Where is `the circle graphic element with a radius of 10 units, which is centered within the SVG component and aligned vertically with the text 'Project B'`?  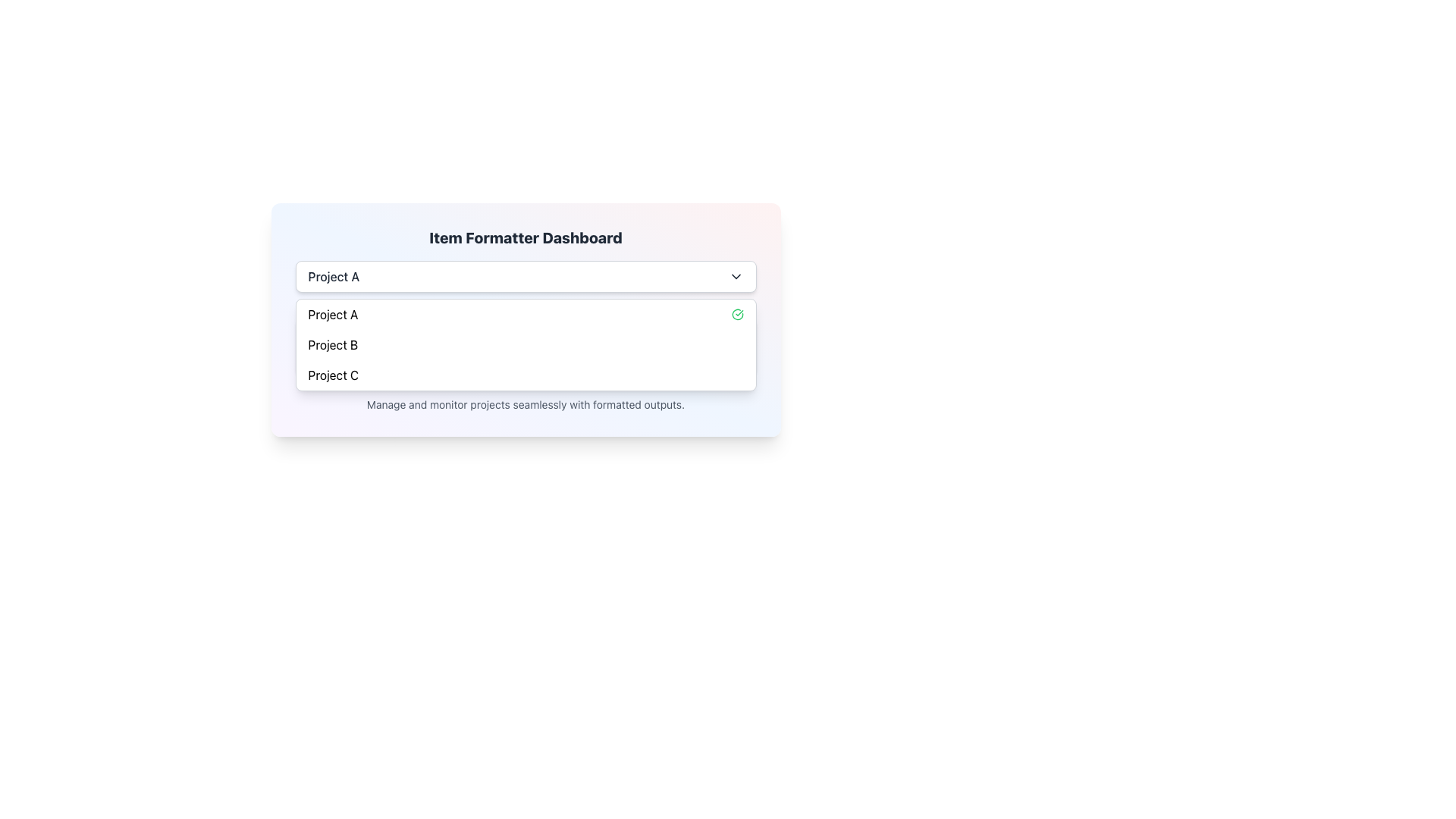 the circle graphic element with a radius of 10 units, which is centered within the SVG component and aligned vertically with the text 'Project B' is located at coordinates (316, 338).